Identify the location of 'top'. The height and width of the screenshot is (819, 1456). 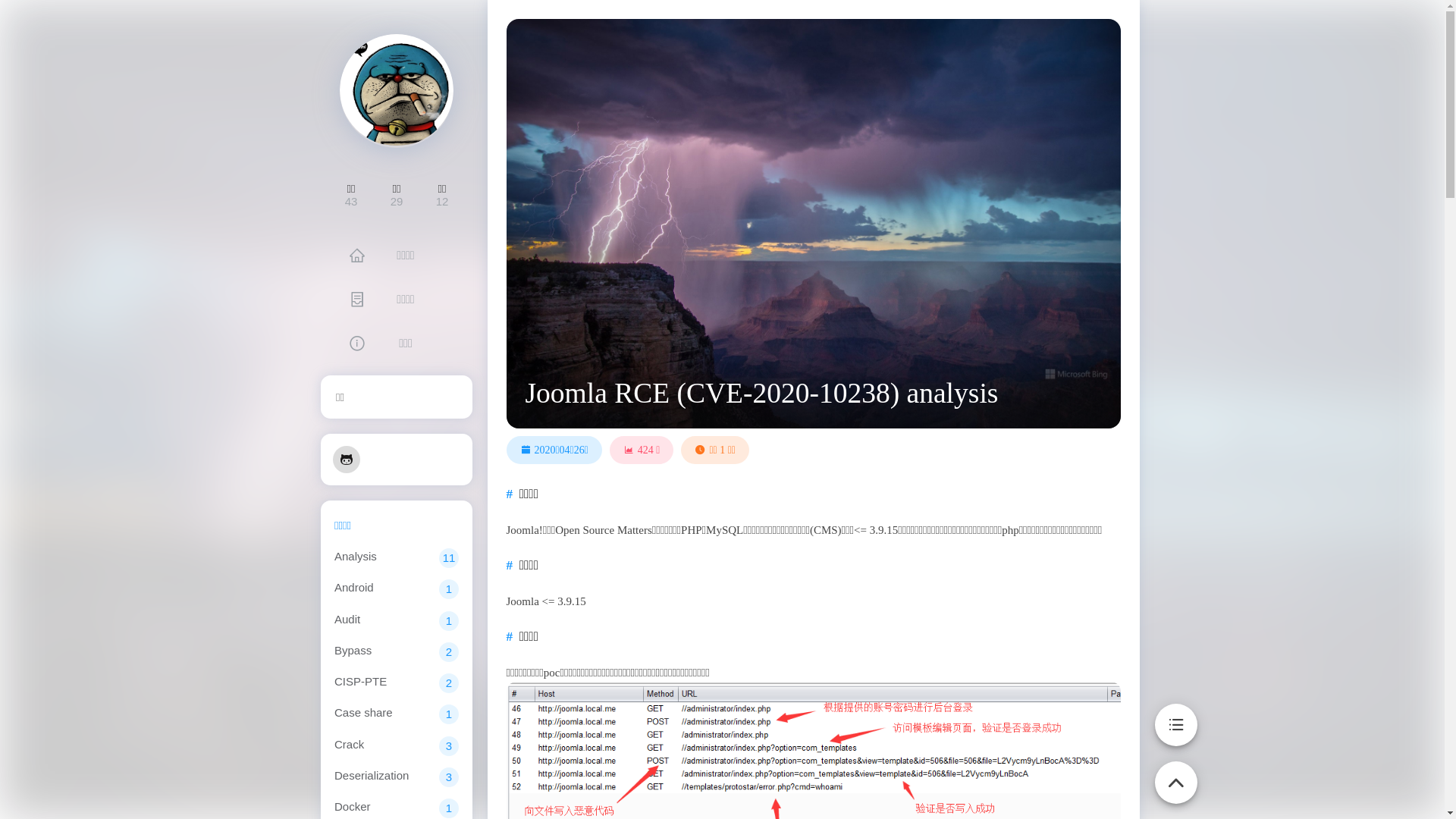
(1175, 773).